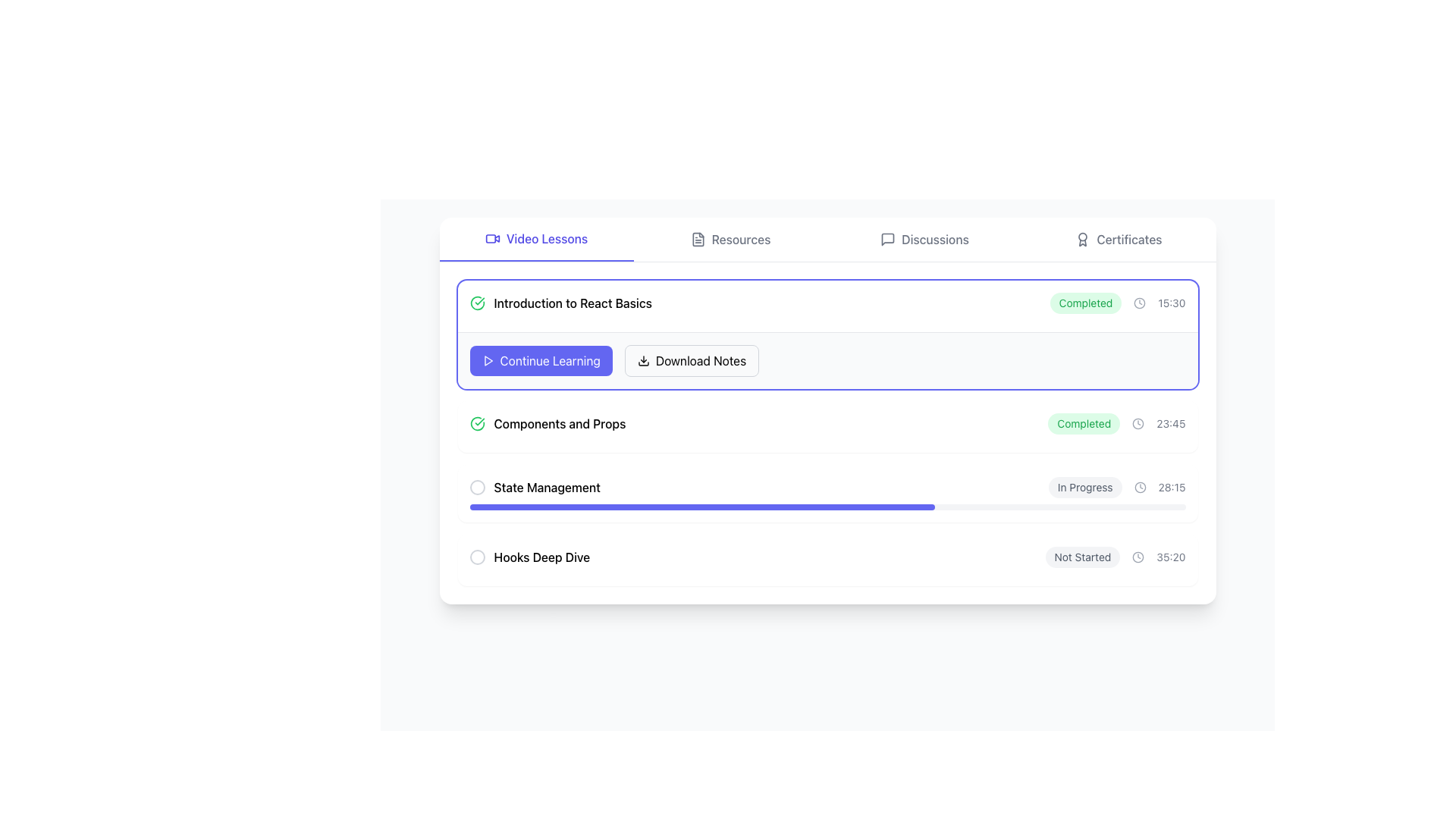  What do you see at coordinates (697, 239) in the screenshot?
I see `the 'Resources' icon located in the navigation menu between 'Video Lessons' and 'Discussions'` at bounding box center [697, 239].